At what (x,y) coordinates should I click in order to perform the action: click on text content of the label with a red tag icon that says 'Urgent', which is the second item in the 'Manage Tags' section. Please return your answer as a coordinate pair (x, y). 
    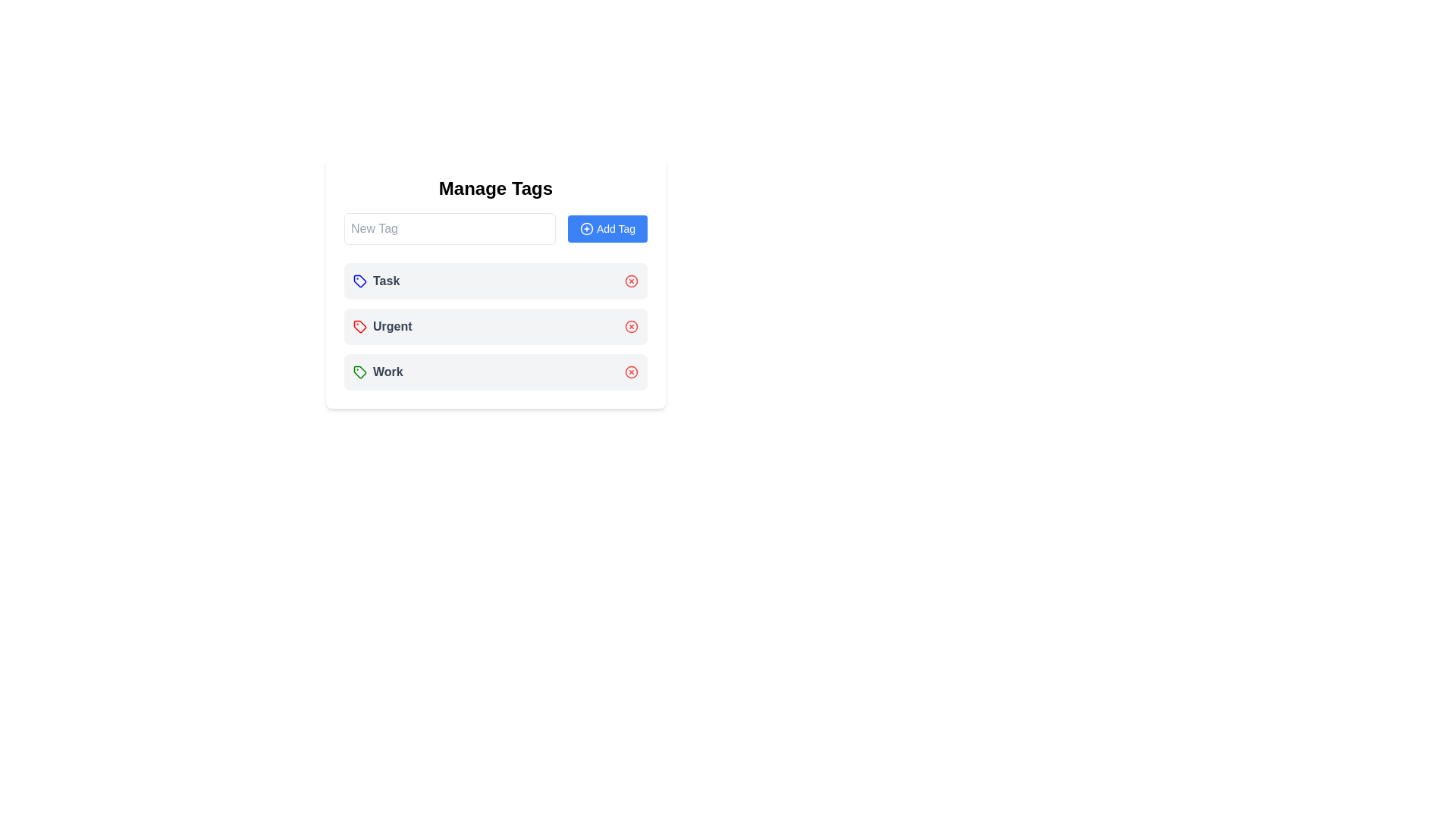
    Looking at the image, I should click on (382, 326).